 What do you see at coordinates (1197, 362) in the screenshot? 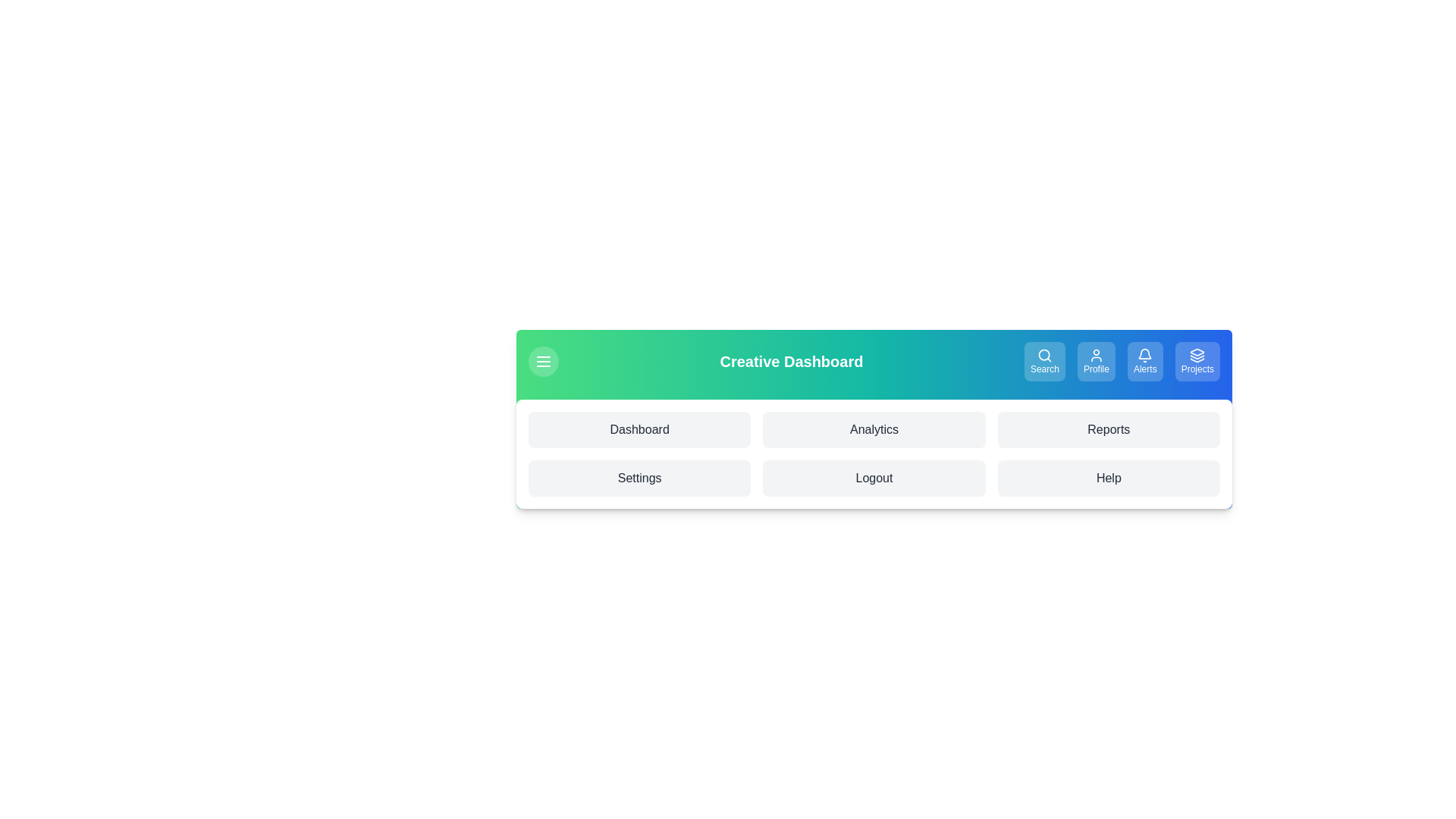
I see `the 'Projects' button to manage projects` at bounding box center [1197, 362].